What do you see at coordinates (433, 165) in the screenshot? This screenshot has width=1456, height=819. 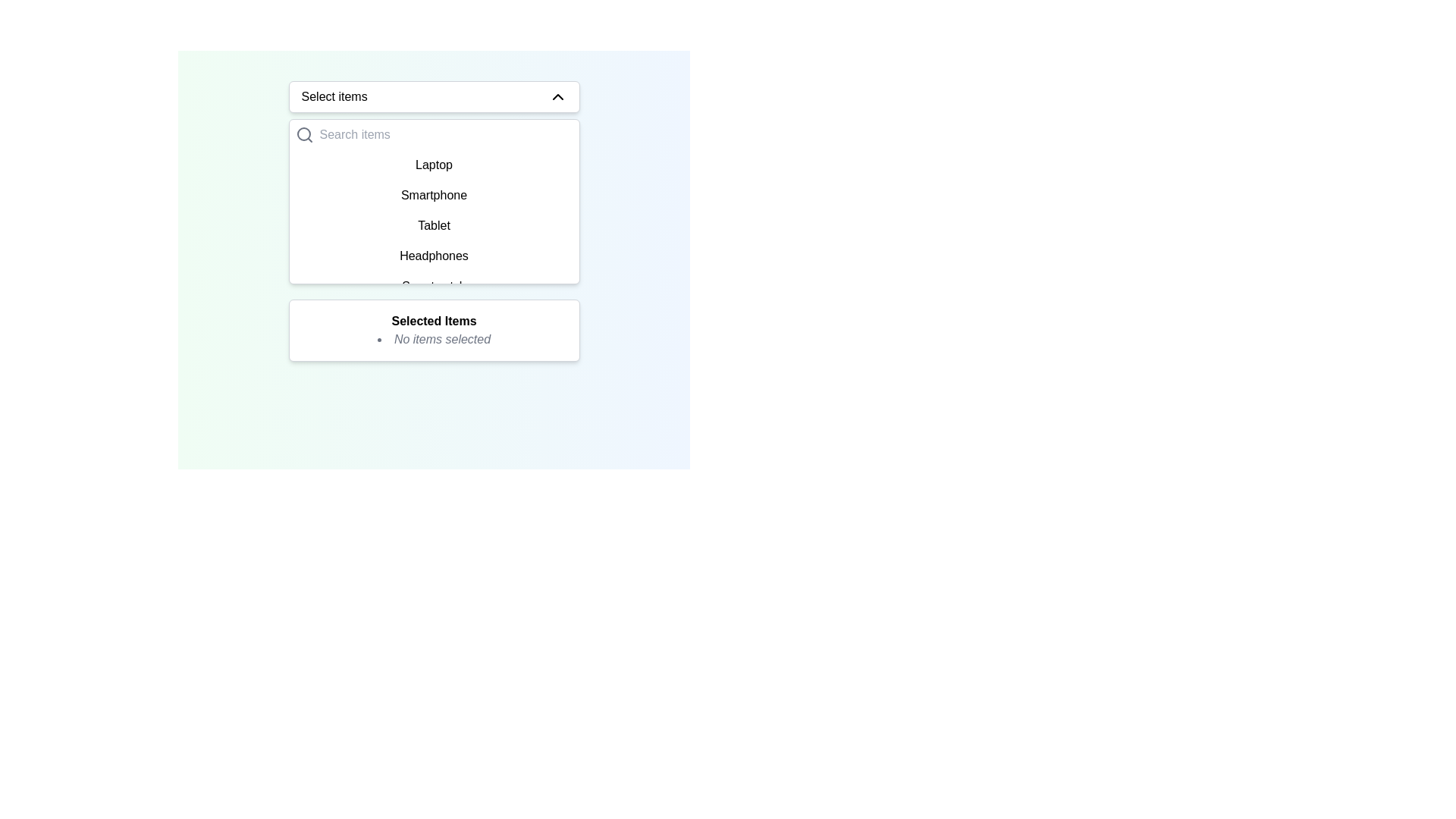 I see `to select the first entry in the dropdown list that displays the word 'Laptop'` at bounding box center [433, 165].